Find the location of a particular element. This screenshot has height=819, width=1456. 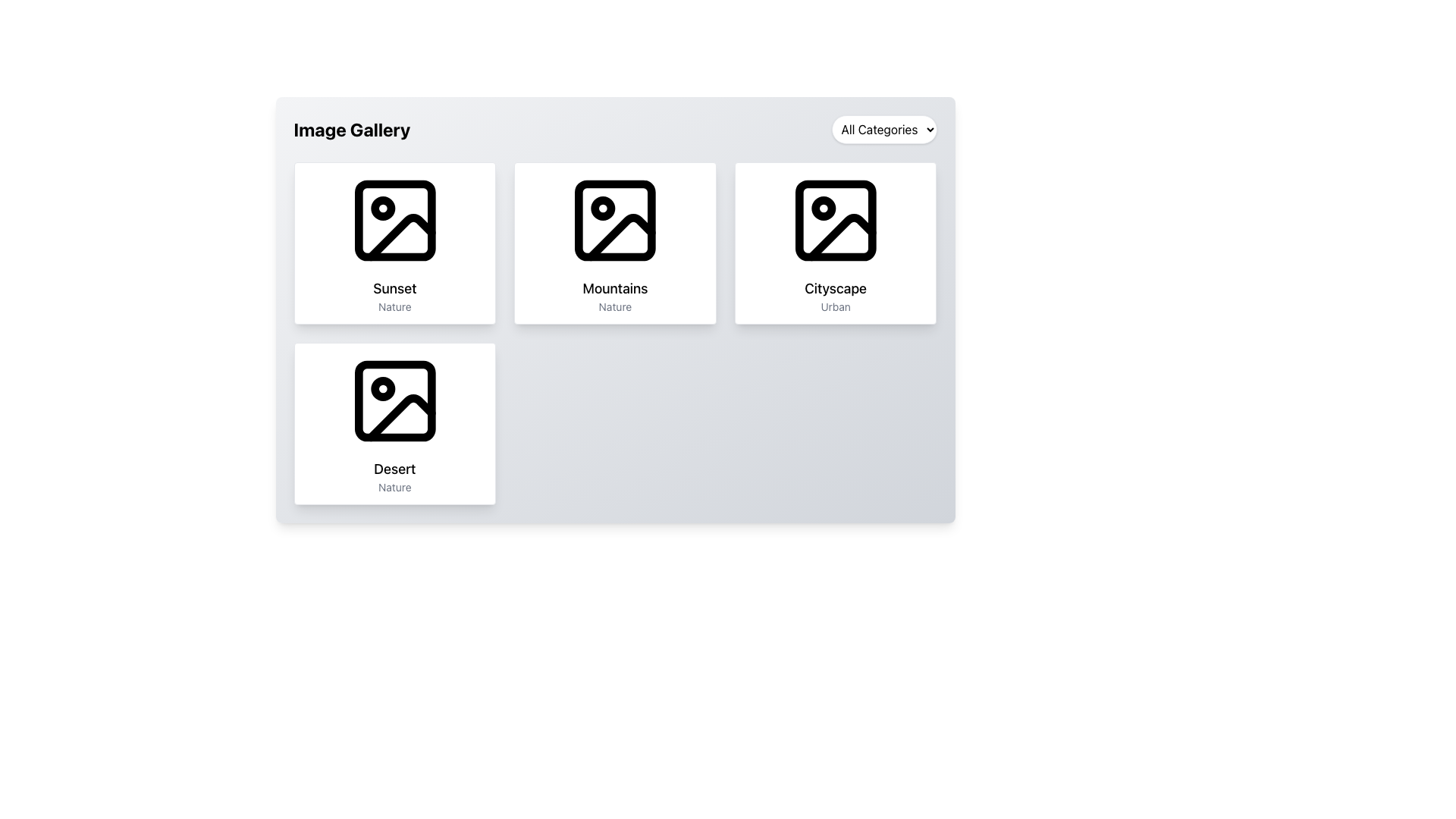

the decorative circular point within the 'Sunset' gallery icon, located in the first row and first column of the grid is located at coordinates (382, 208).